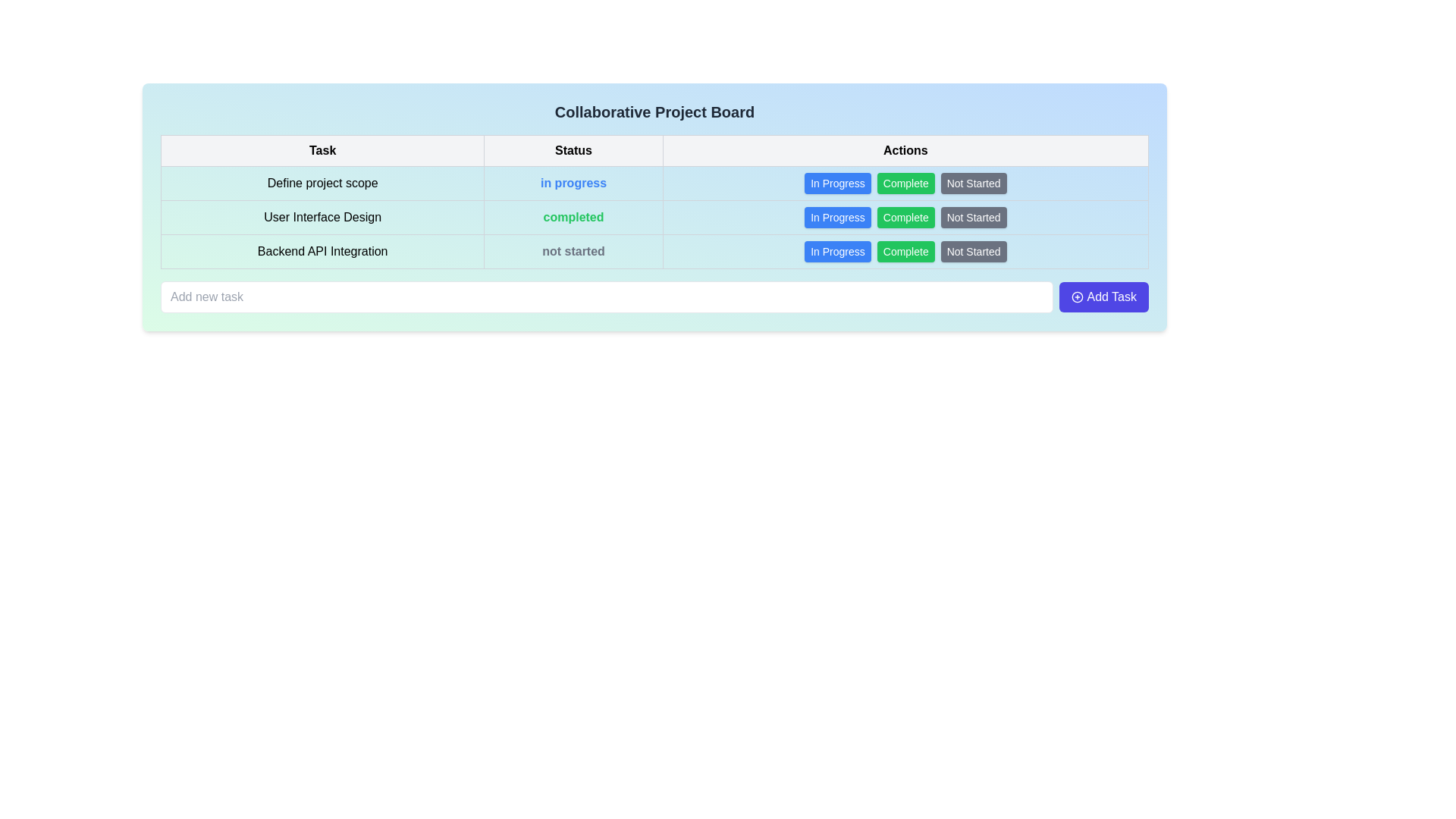 This screenshot has height=819, width=1456. What do you see at coordinates (322, 217) in the screenshot?
I see `the text label that displays 'User Interface Design' in the second row, first column of the task management table` at bounding box center [322, 217].